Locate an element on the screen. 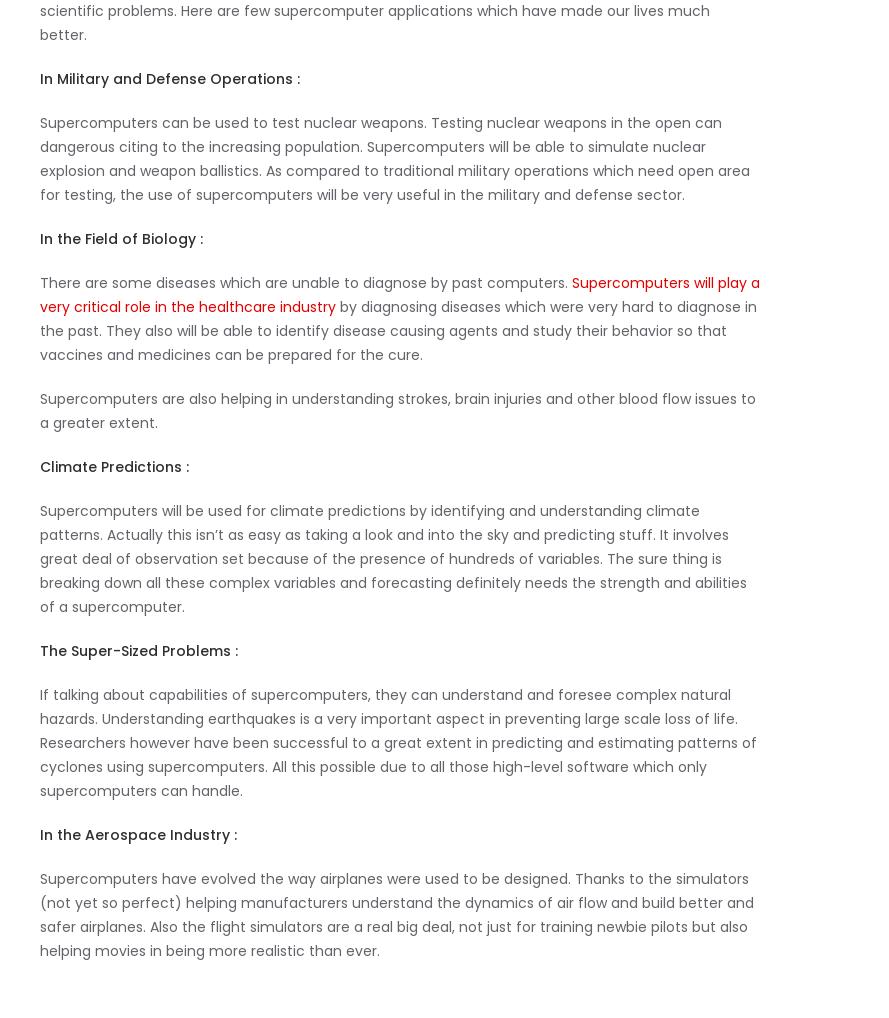 This screenshot has width=889, height=1018. 'Supercomputers will play a very critical role in the healthcare industry' is located at coordinates (399, 293).